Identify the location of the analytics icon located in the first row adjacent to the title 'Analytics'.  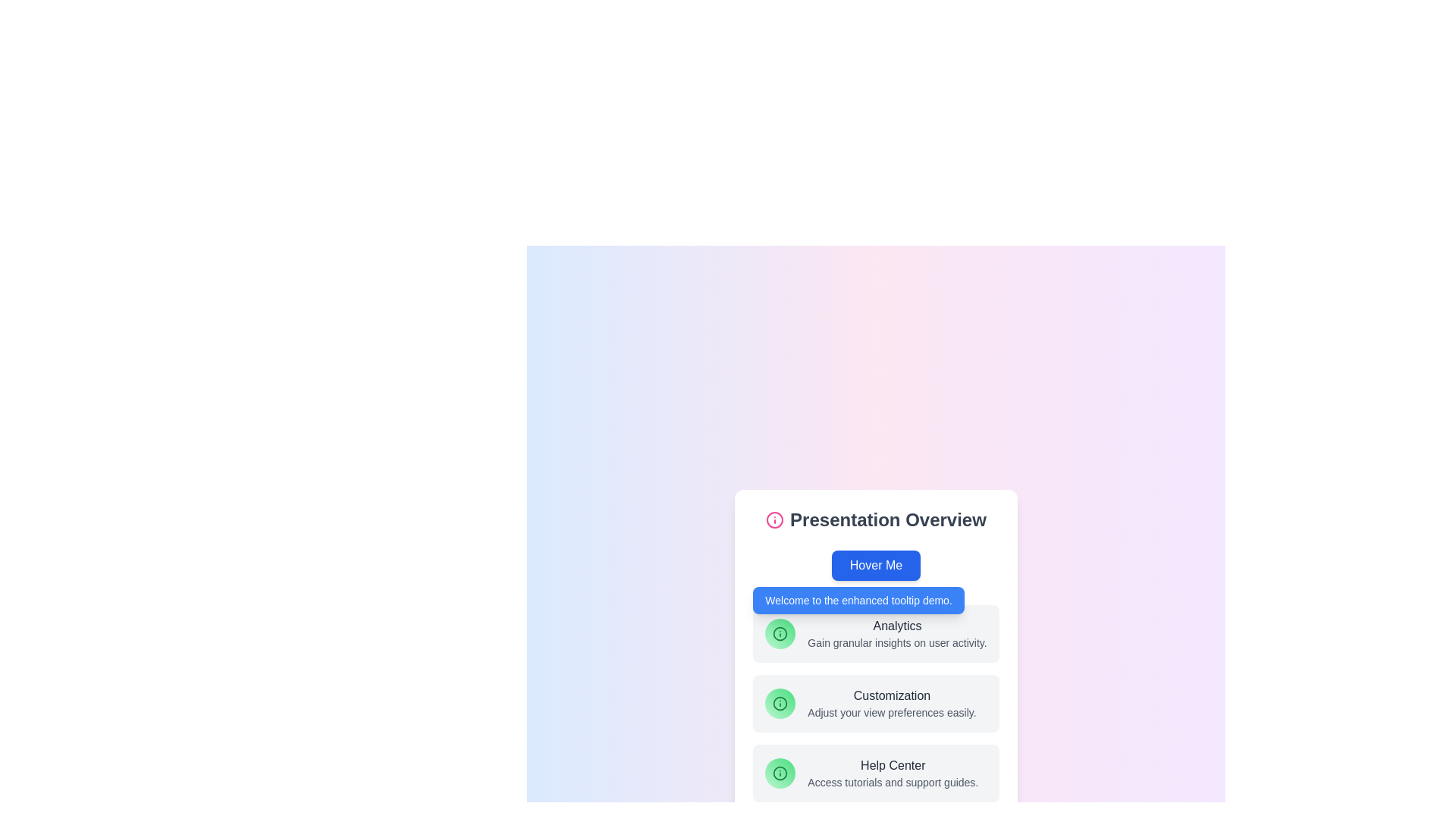
(780, 634).